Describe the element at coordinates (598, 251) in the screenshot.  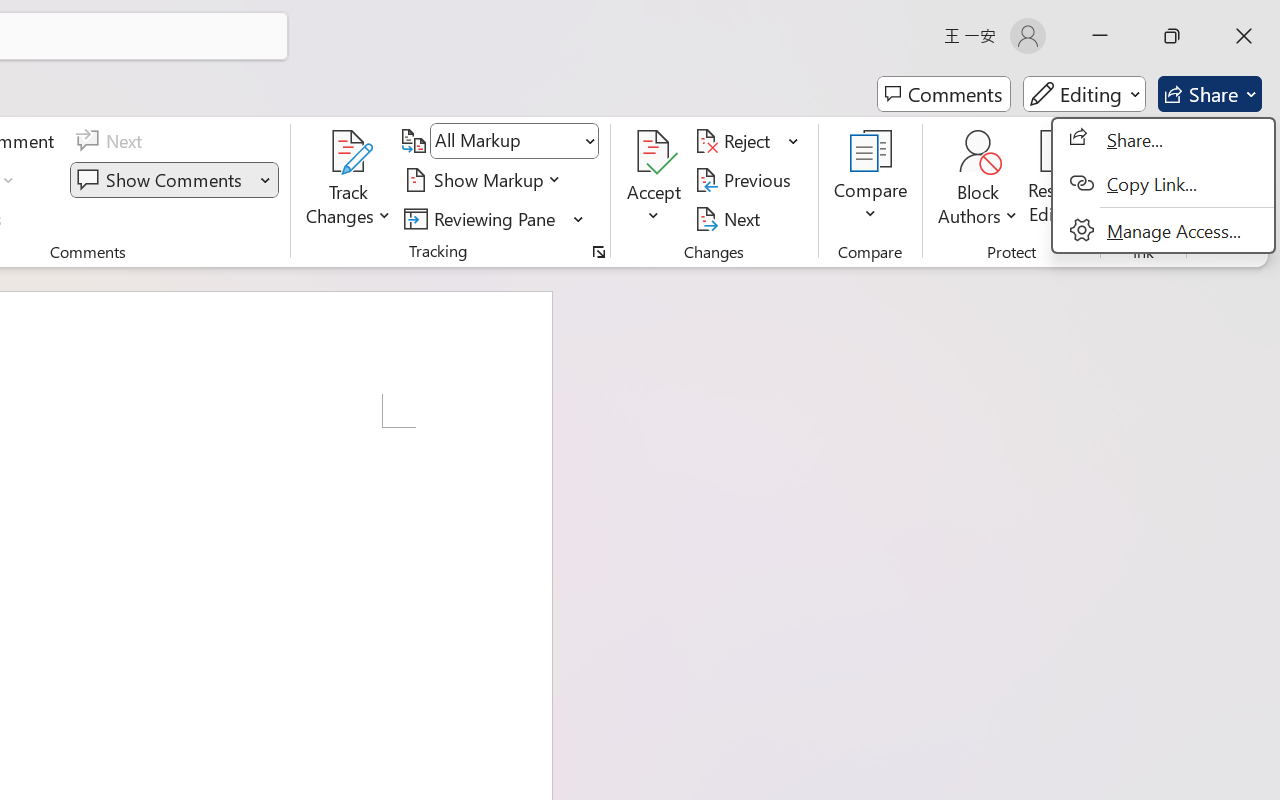
I see `'Change Tracking Options...'` at that location.